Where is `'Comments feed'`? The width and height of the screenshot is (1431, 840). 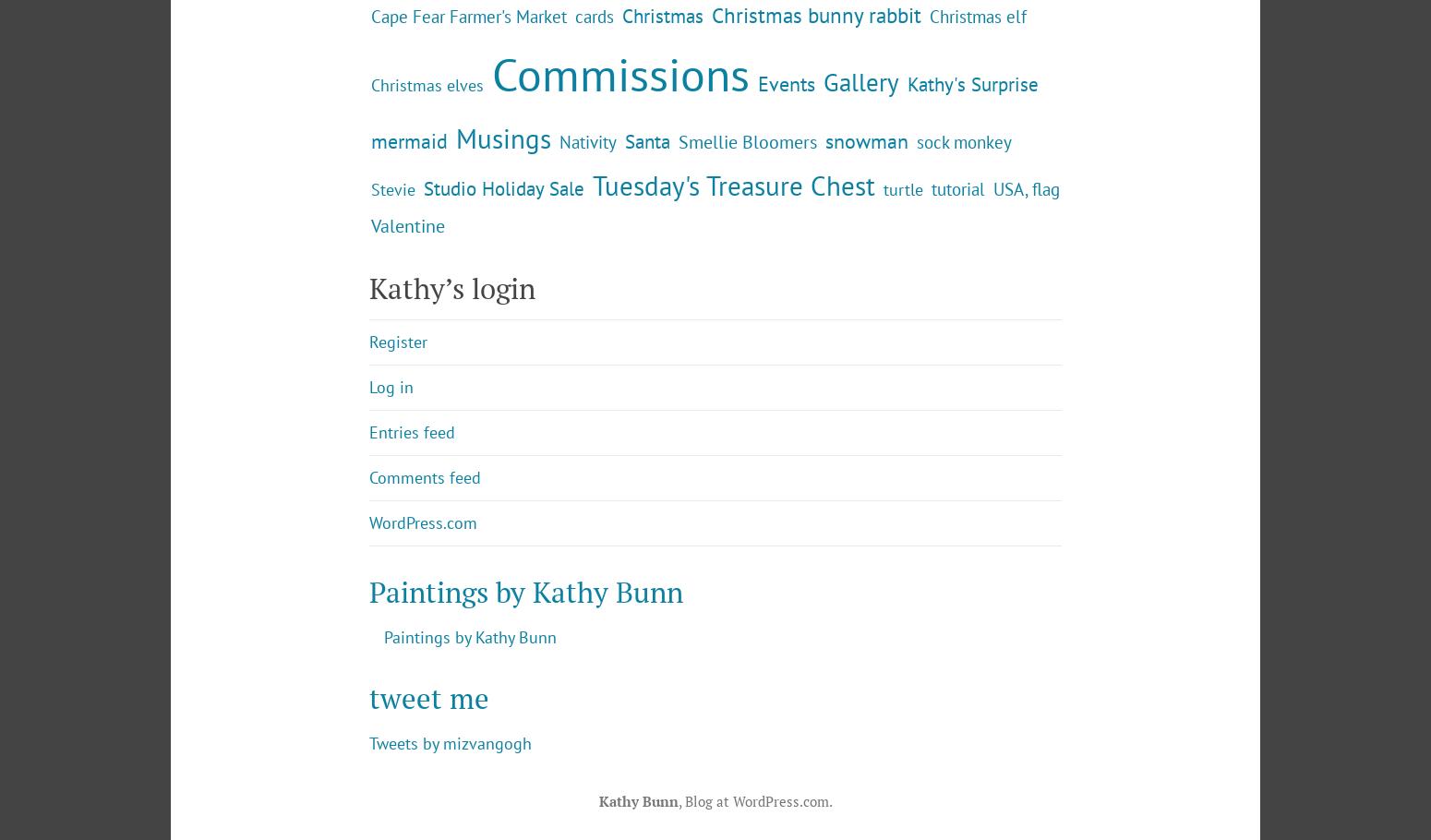 'Comments feed' is located at coordinates (425, 629).